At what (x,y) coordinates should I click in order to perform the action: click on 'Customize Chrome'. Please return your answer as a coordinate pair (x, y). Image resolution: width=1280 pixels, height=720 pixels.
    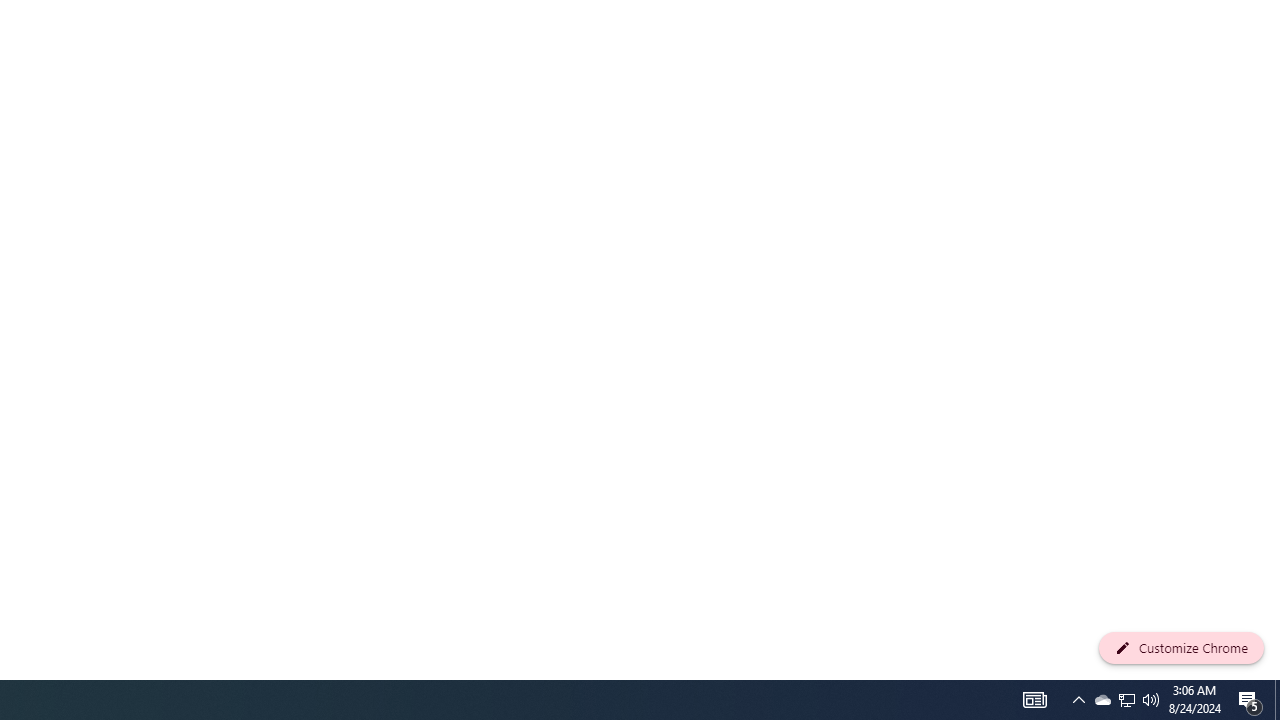
    Looking at the image, I should click on (1181, 648).